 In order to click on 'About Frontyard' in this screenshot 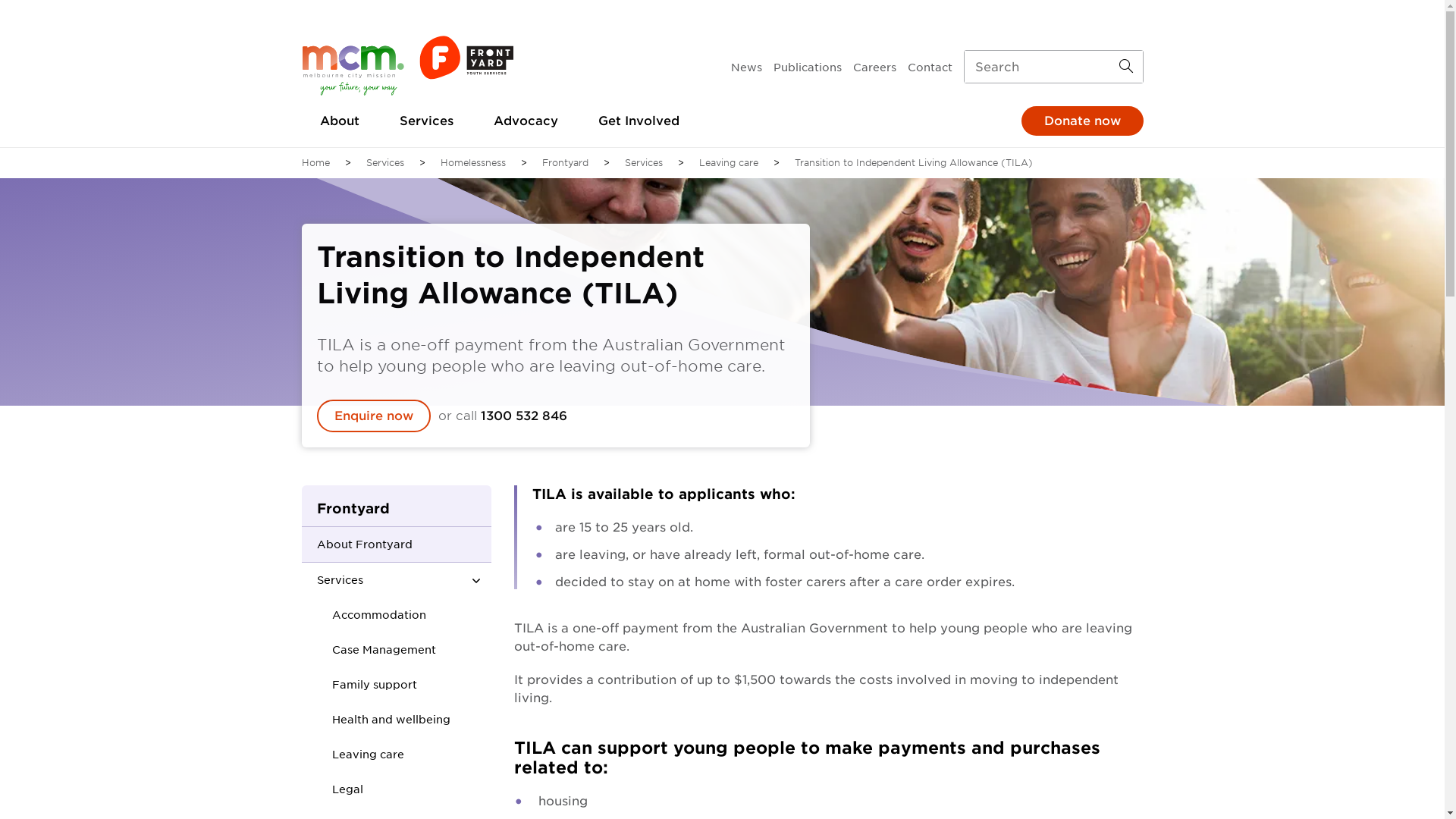, I will do `click(302, 543)`.